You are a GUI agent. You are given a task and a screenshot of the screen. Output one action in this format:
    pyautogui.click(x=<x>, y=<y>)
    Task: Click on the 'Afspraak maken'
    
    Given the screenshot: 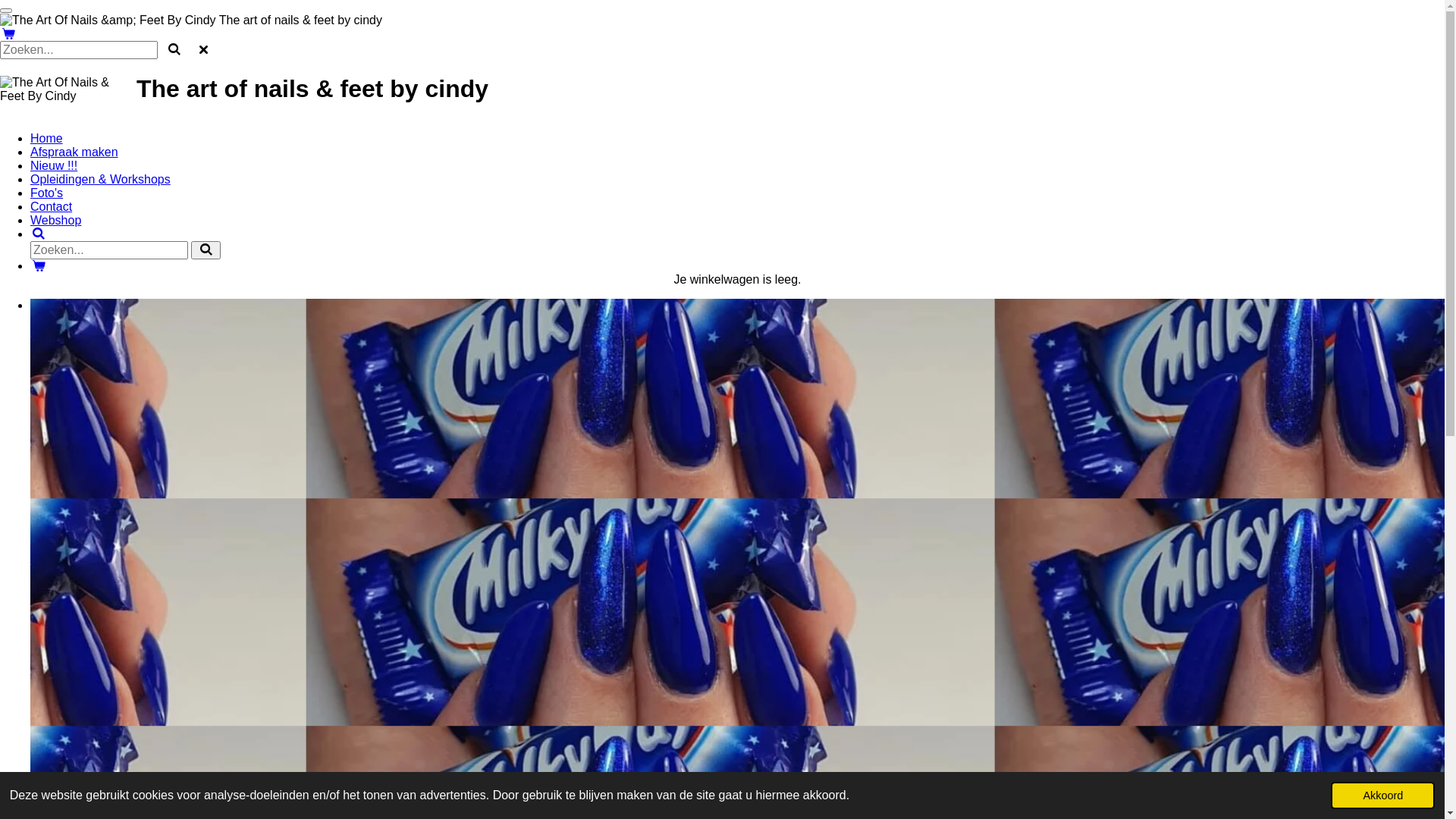 What is the action you would take?
    pyautogui.click(x=73, y=152)
    